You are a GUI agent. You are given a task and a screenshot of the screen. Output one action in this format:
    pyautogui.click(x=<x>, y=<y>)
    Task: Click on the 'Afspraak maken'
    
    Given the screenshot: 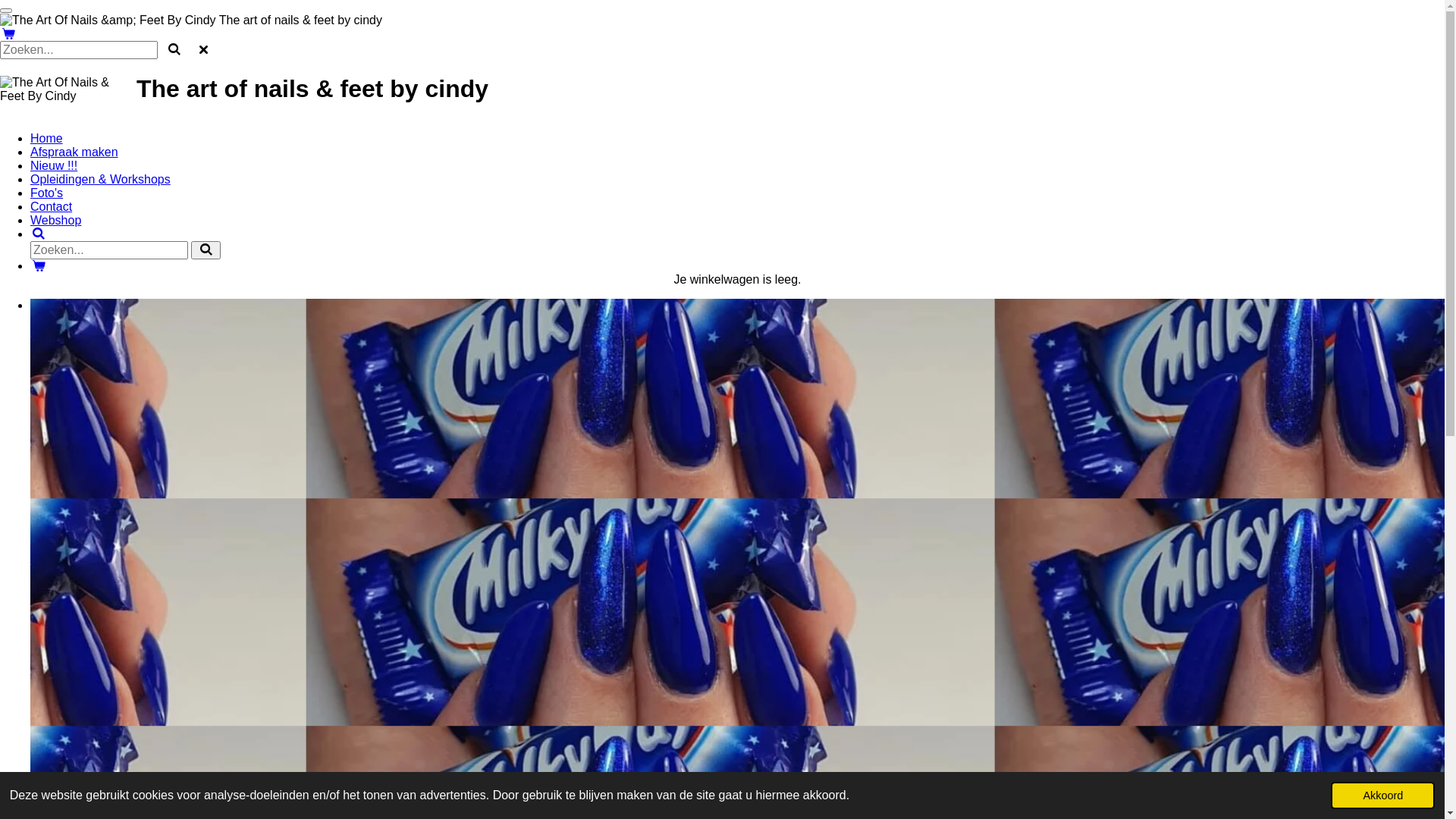 What is the action you would take?
    pyautogui.click(x=73, y=152)
    